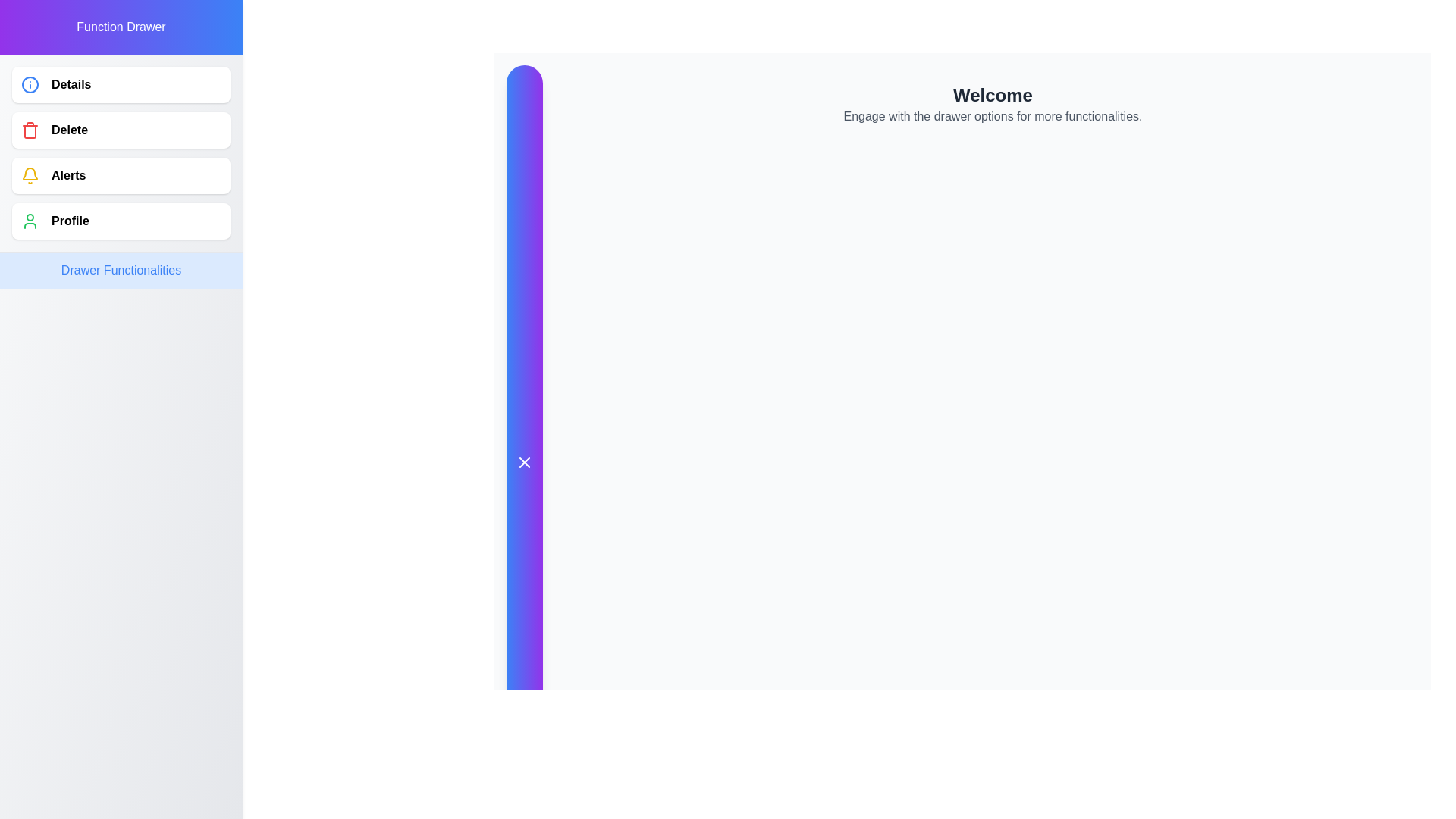  I want to click on the 'Details' text label located in the left-side drawer, which is the first item in the vertical list beneath the 'Function Drawer' header, so click(71, 84).